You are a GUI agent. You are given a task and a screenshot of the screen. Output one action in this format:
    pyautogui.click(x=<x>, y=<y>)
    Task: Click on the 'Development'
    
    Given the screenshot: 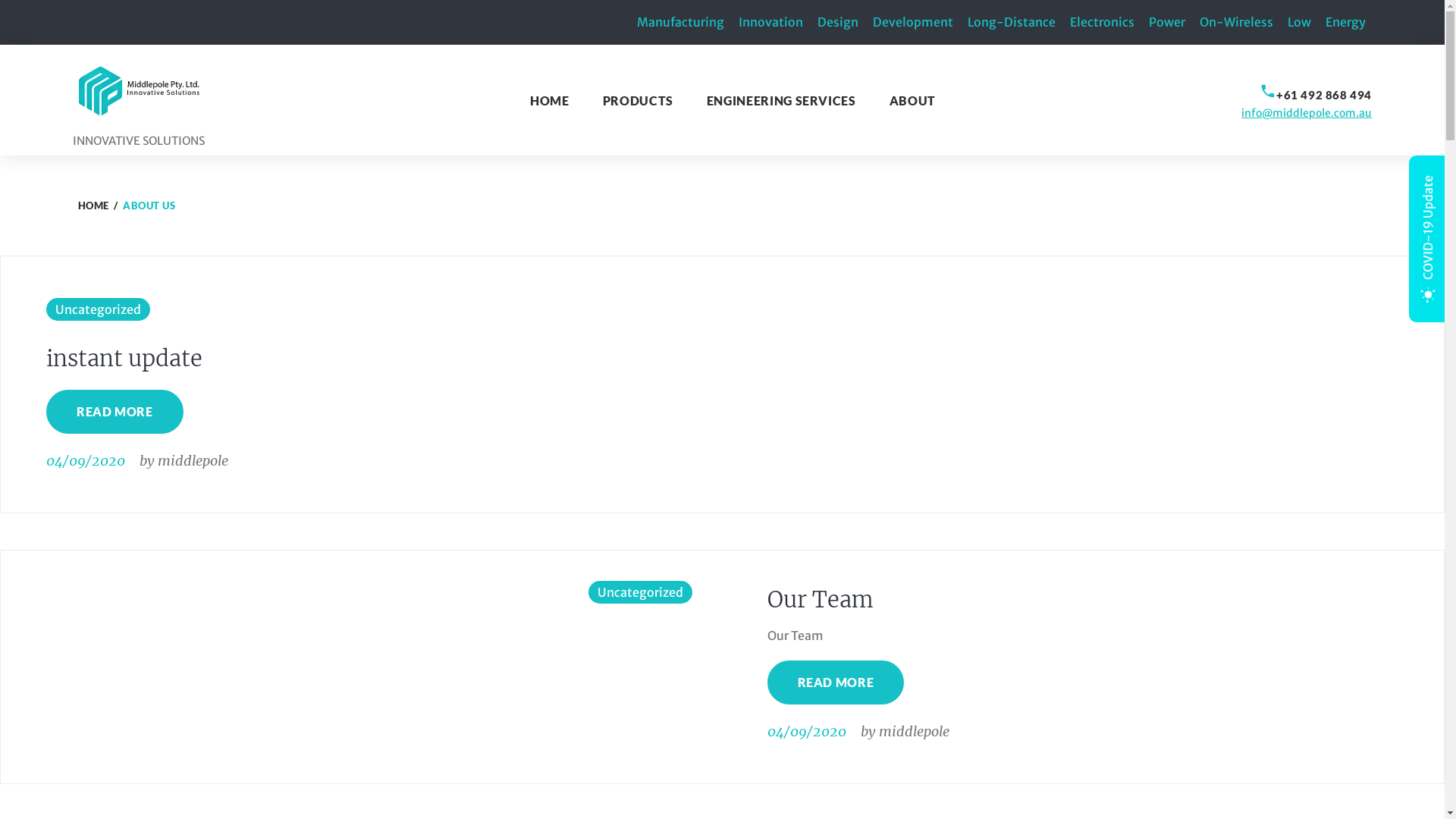 What is the action you would take?
    pyautogui.click(x=912, y=22)
    